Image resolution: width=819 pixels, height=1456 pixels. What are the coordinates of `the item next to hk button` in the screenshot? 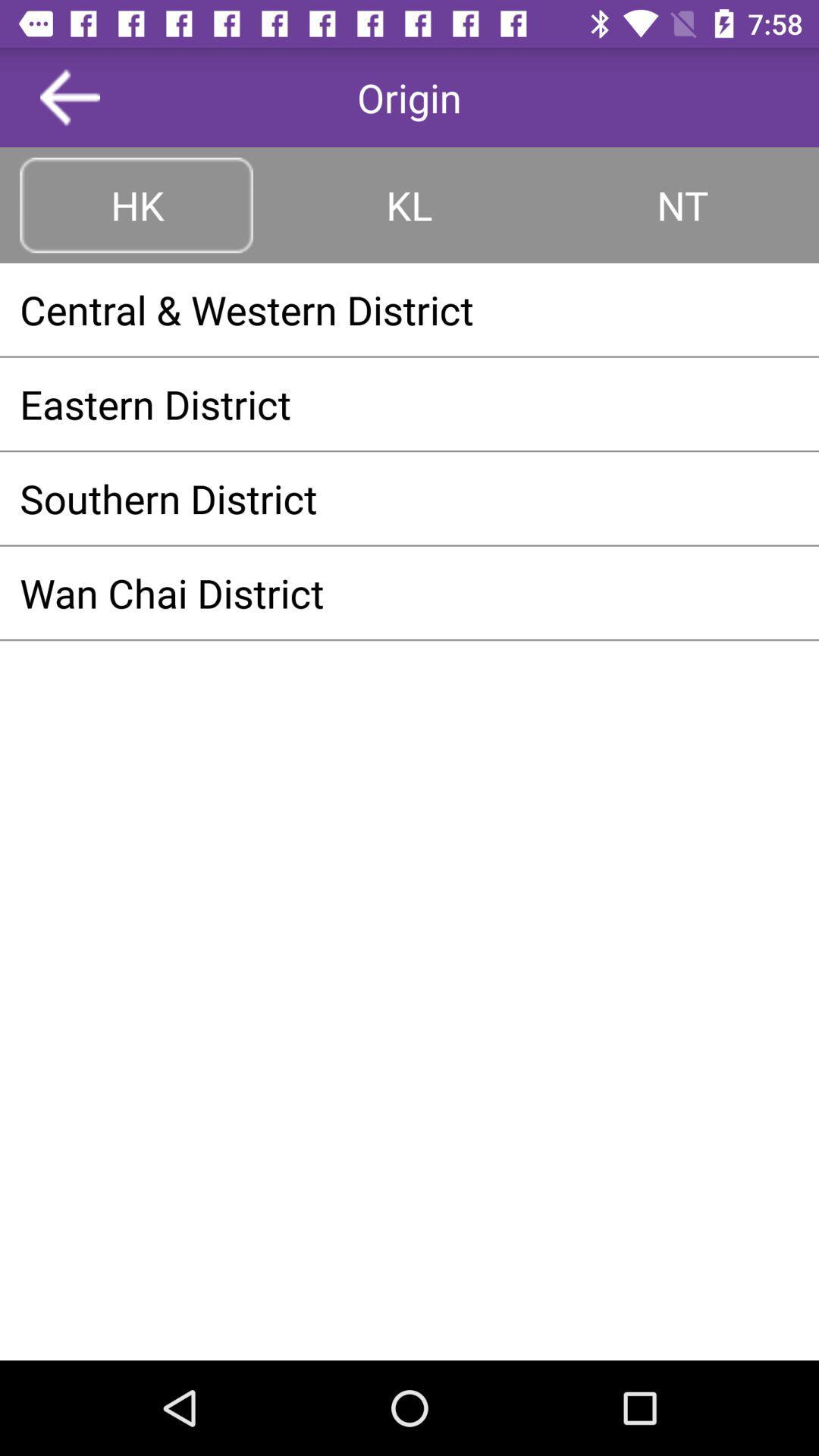 It's located at (409, 204).